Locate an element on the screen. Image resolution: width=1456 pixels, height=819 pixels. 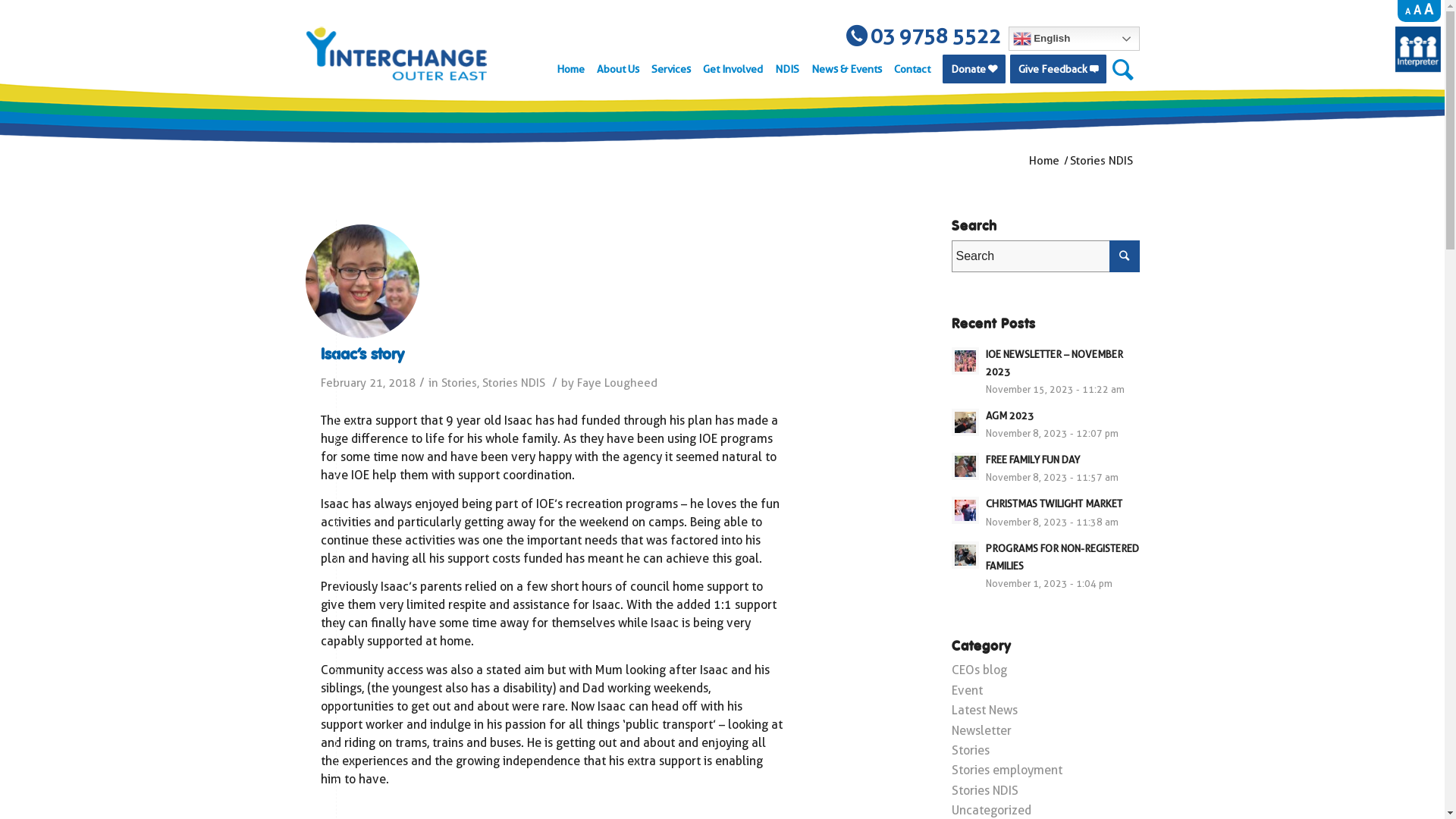
'Translation Services' is located at coordinates (1417, 67).